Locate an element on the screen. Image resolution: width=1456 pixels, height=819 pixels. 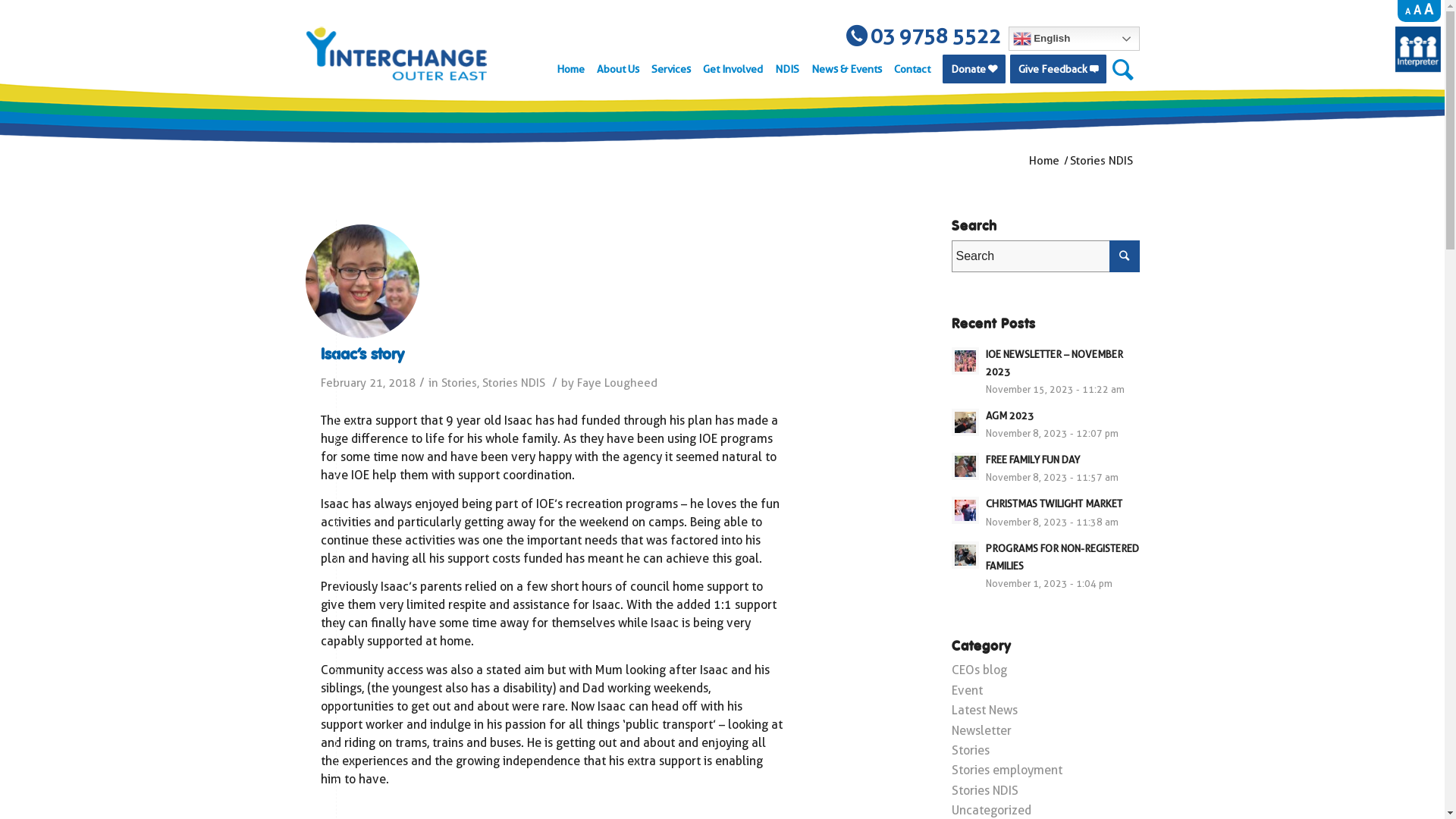
'Translation Services' is located at coordinates (1417, 67).